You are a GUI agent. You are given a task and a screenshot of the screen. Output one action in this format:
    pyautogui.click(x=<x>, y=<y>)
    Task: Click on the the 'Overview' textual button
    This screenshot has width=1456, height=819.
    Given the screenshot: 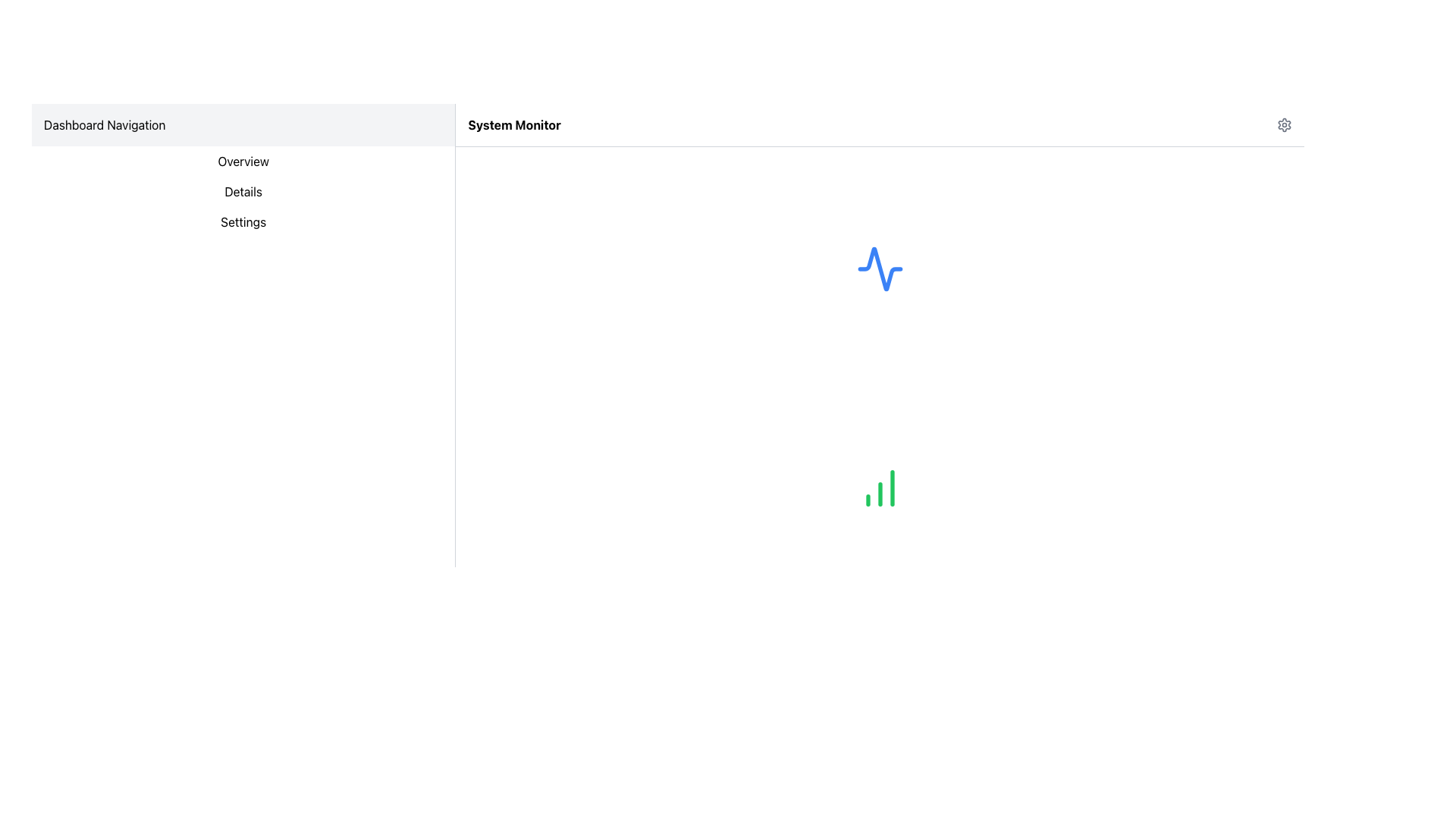 What is the action you would take?
    pyautogui.click(x=243, y=161)
    